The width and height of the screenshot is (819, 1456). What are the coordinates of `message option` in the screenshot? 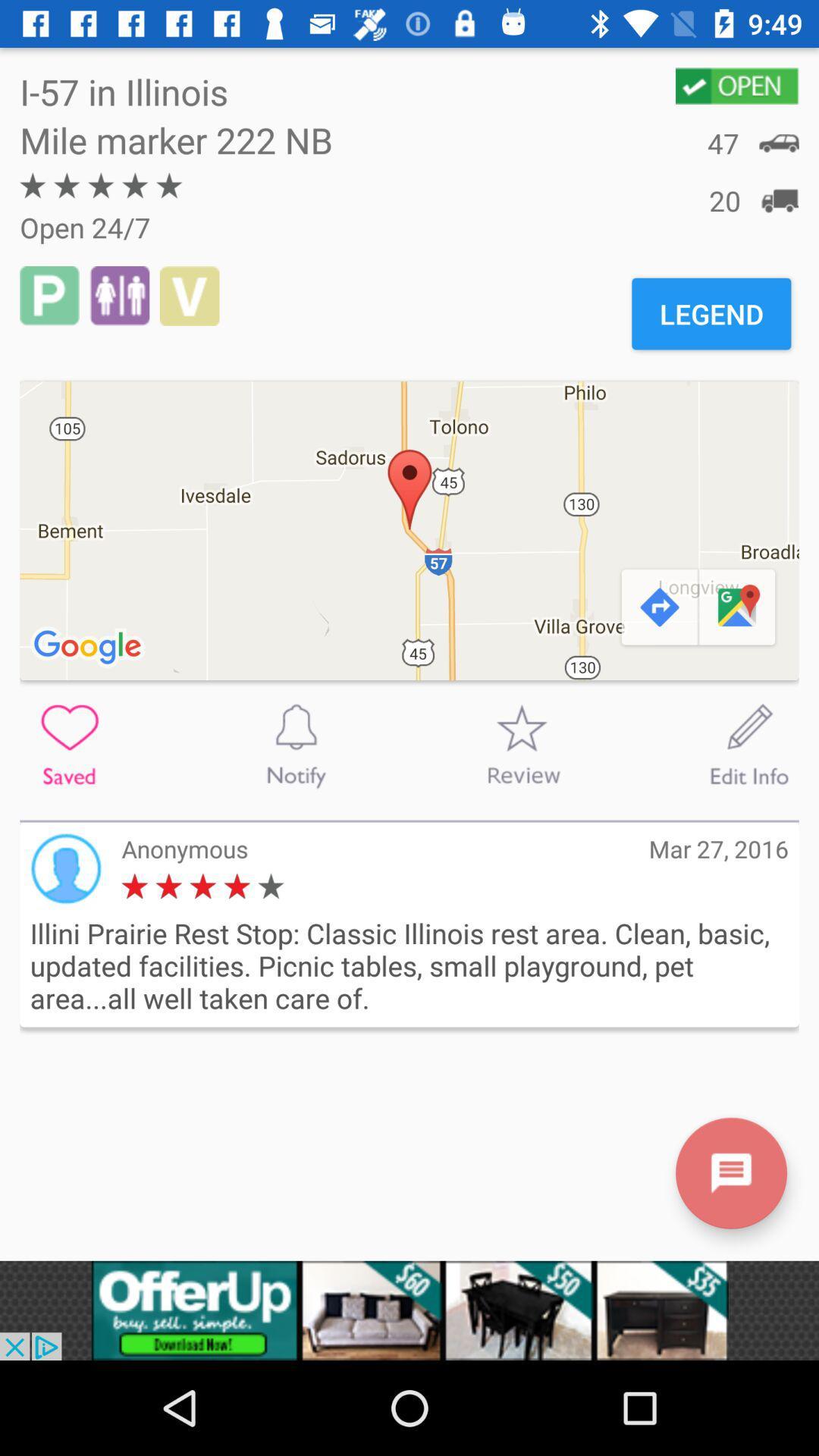 It's located at (730, 1172).